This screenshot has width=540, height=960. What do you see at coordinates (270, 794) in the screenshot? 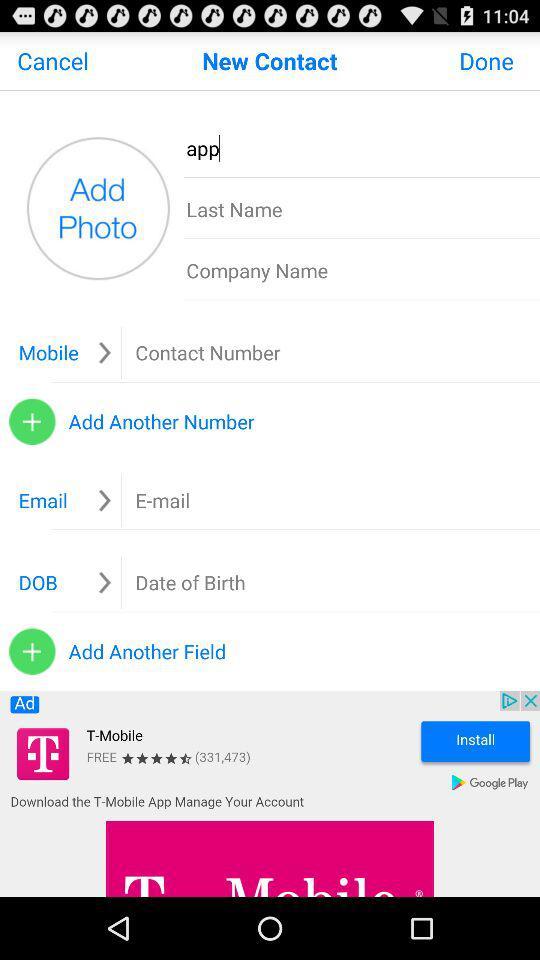
I see `install app` at bounding box center [270, 794].